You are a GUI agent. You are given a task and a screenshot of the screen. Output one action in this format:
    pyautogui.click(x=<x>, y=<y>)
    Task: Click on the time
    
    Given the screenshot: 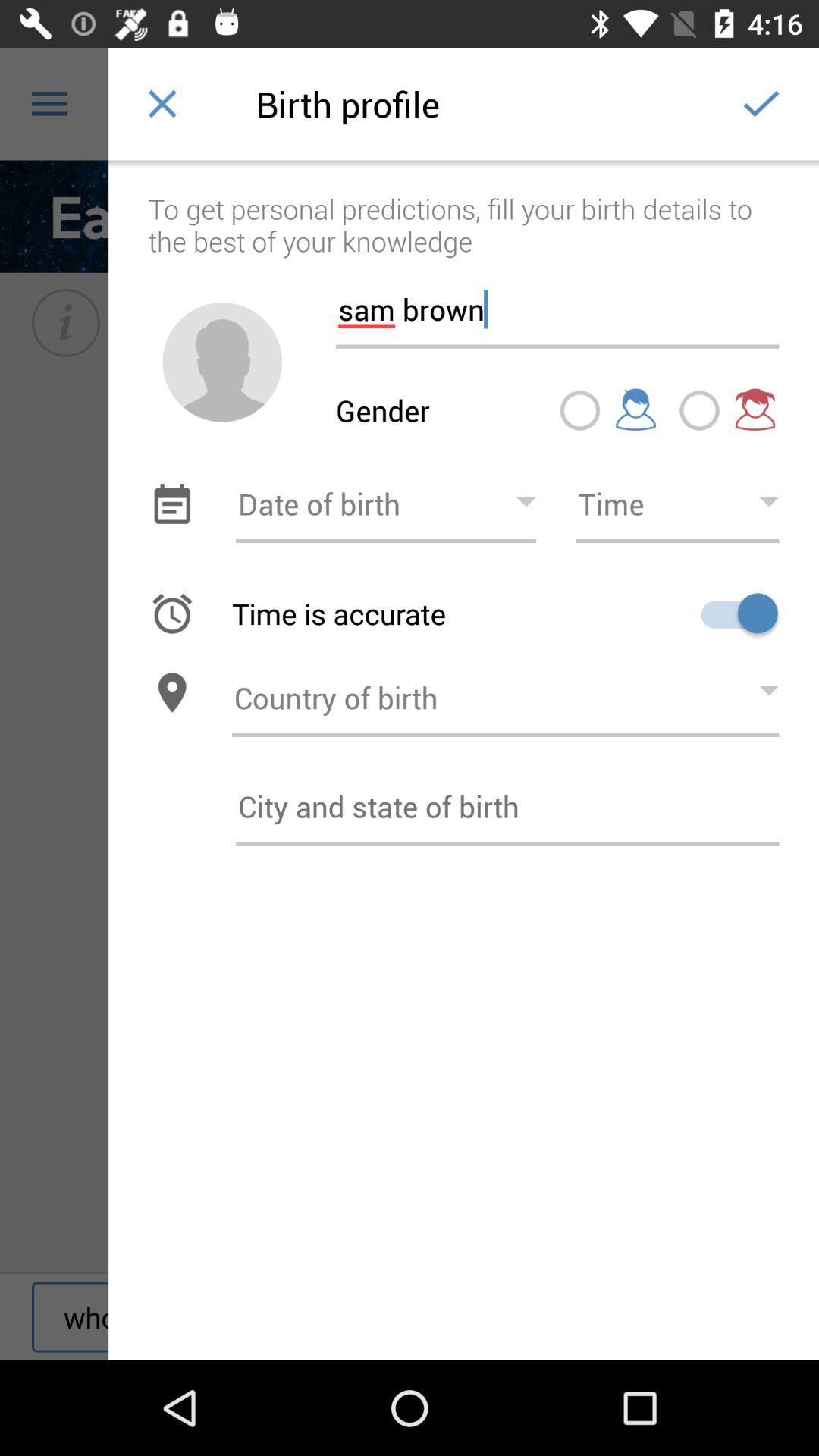 What is the action you would take?
    pyautogui.click(x=676, y=504)
    